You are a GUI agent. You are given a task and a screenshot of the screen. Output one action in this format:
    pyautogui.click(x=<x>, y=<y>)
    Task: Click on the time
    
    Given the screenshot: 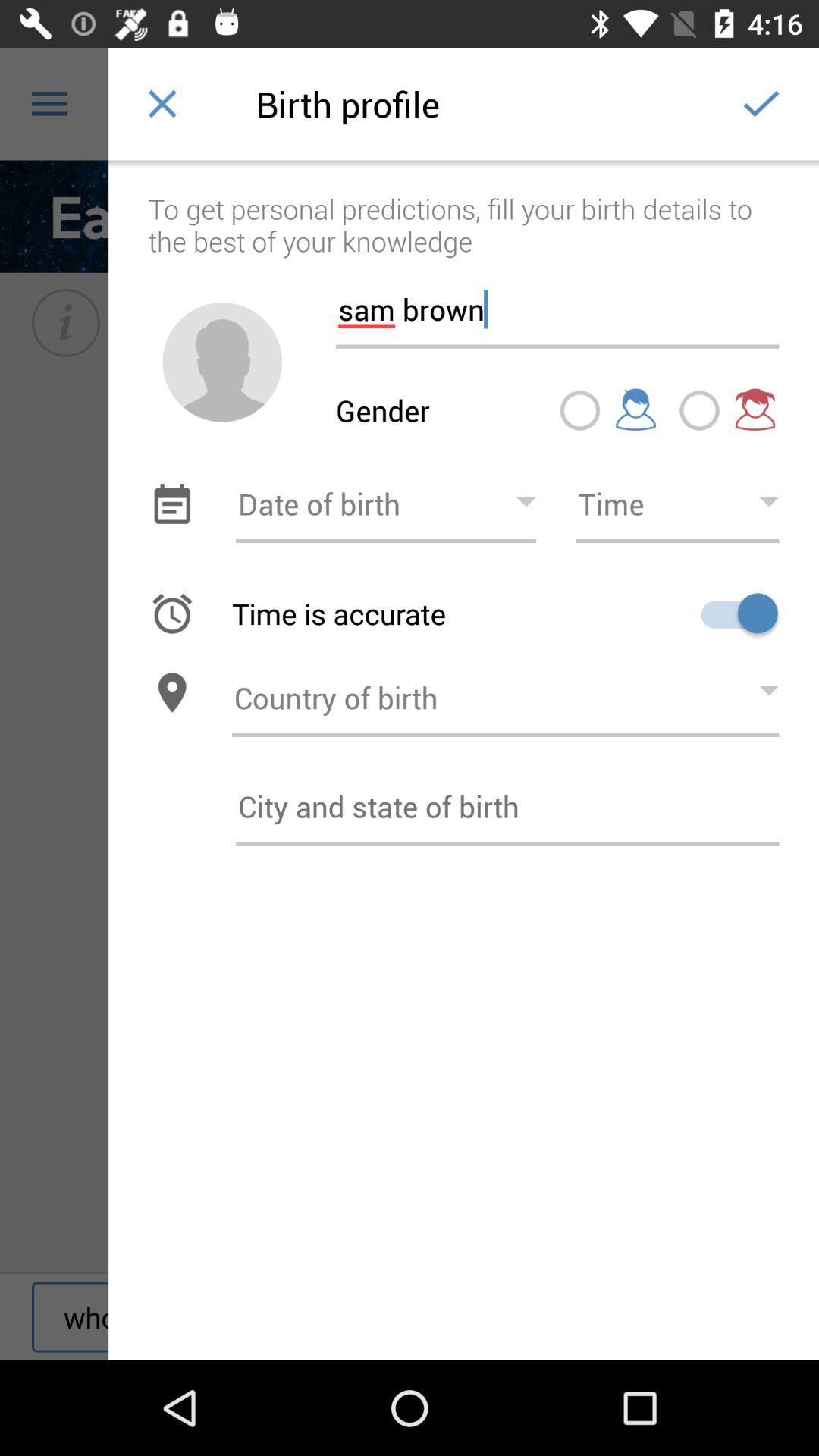 What is the action you would take?
    pyautogui.click(x=676, y=504)
    